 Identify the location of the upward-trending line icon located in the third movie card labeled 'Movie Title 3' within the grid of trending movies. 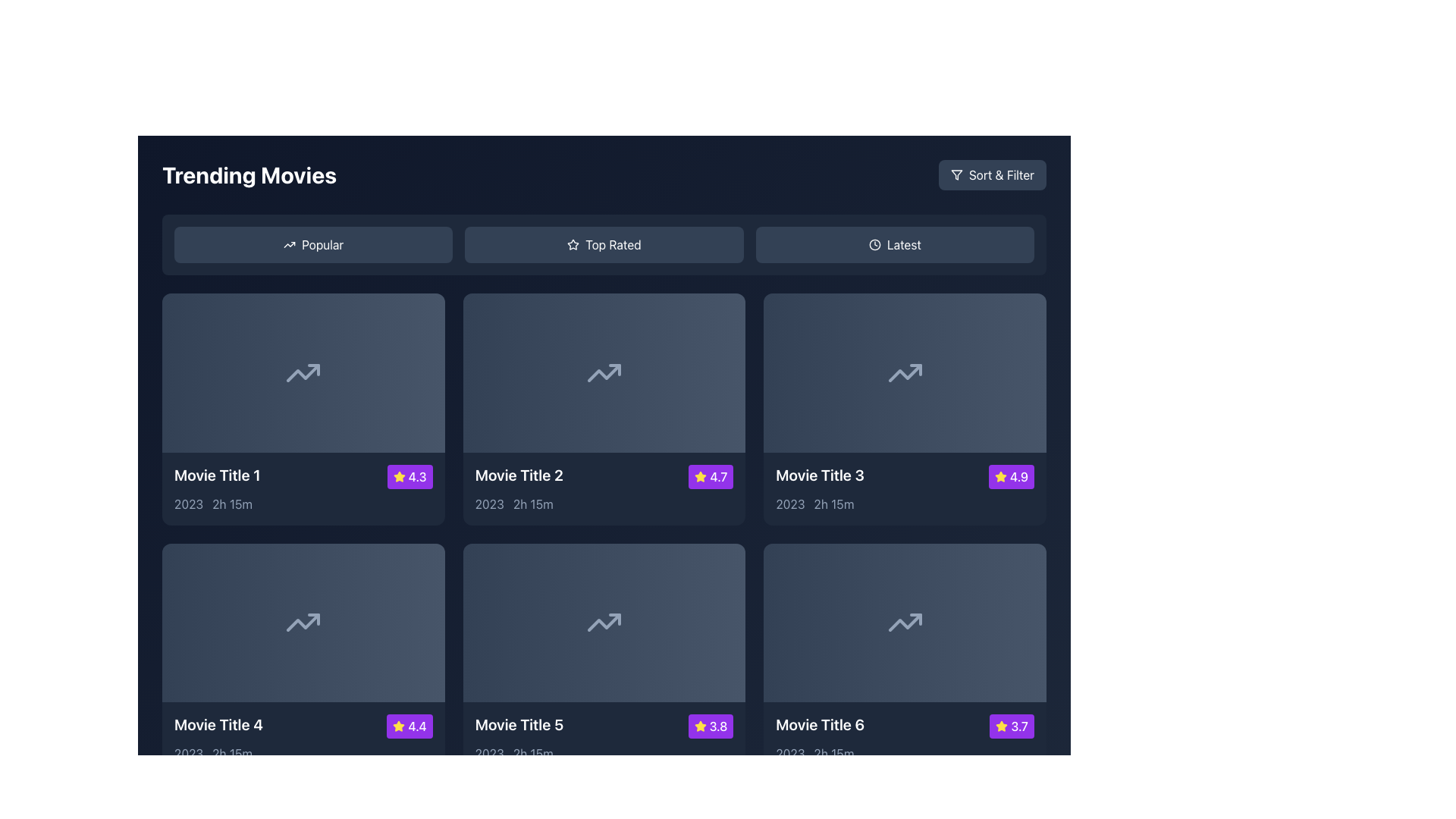
(905, 372).